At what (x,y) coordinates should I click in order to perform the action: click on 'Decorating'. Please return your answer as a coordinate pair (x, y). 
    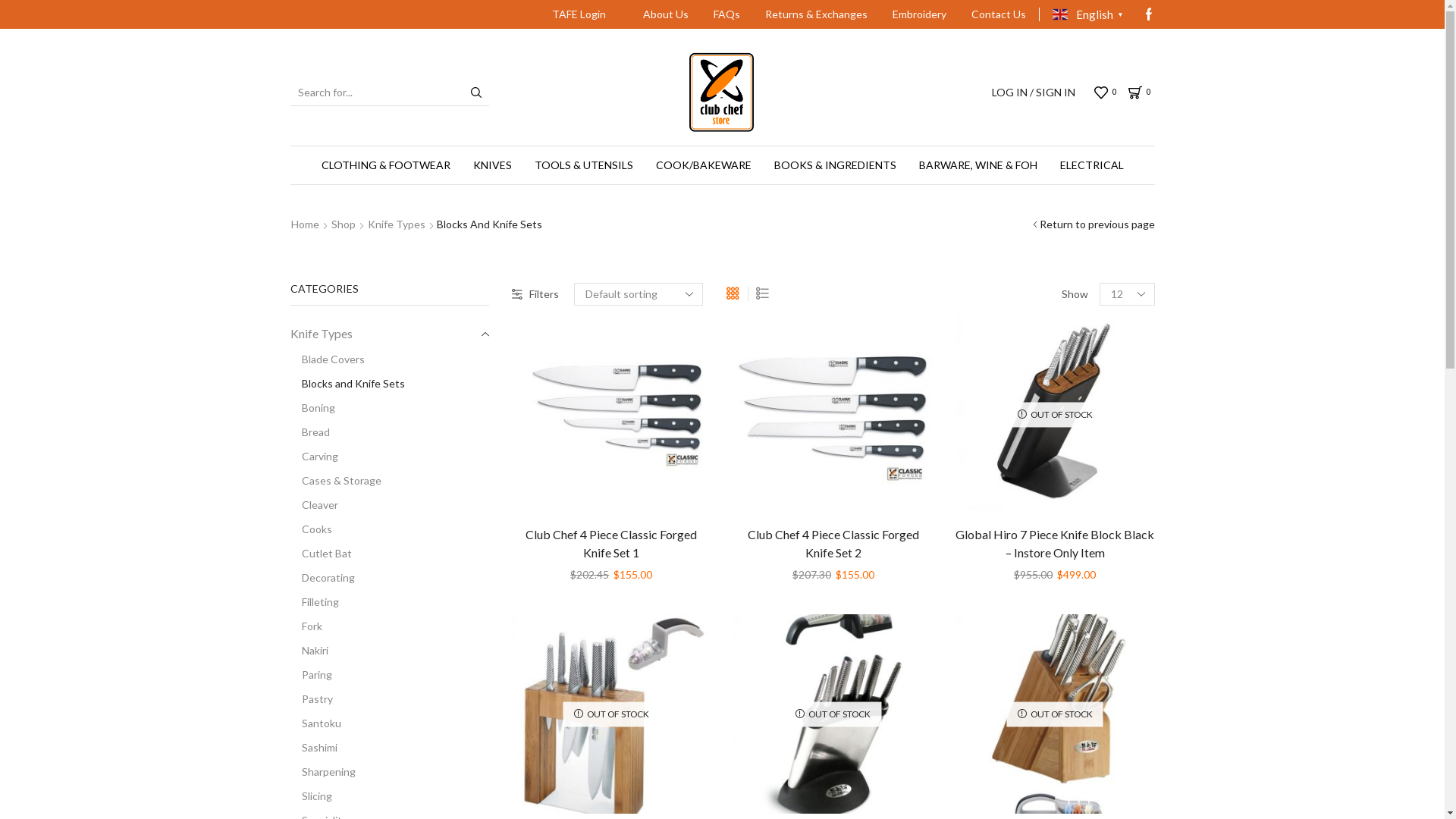
    Looking at the image, I should click on (290, 578).